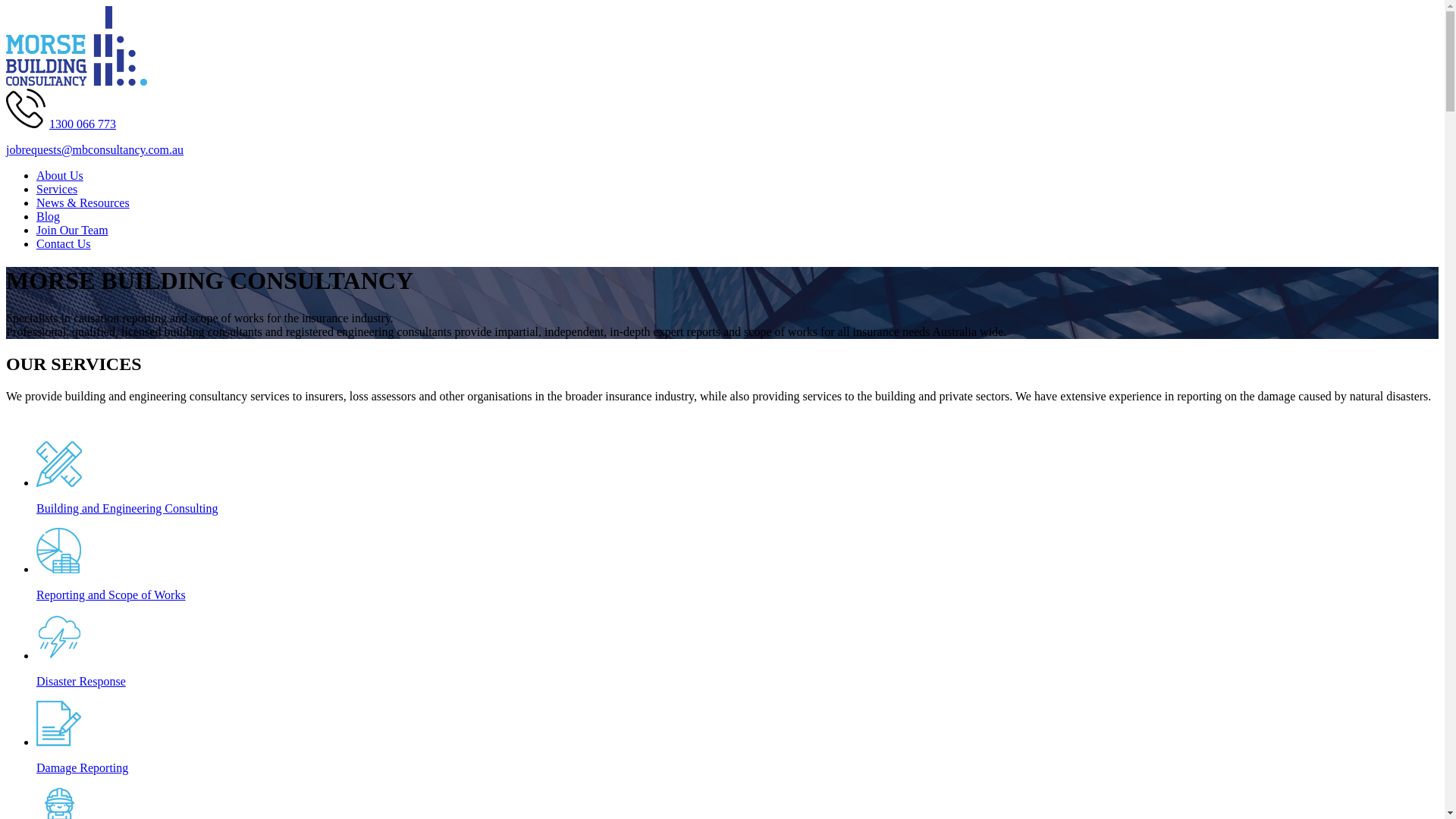 This screenshot has height=819, width=1456. Describe the element at coordinates (36, 668) in the screenshot. I see `'Disaster Response'` at that location.